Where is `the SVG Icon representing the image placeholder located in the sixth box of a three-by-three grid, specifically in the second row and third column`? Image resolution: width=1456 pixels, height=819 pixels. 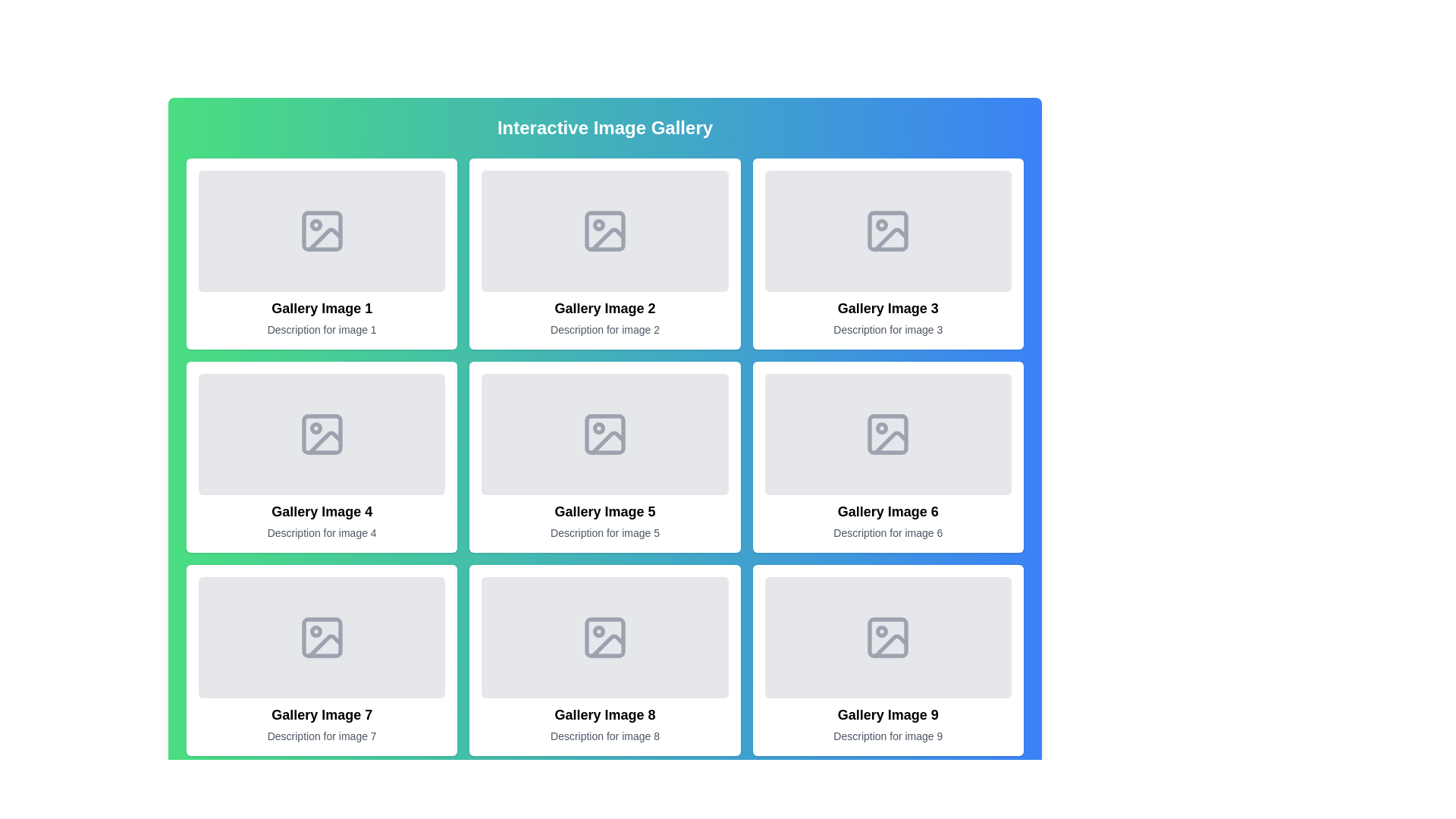
the SVG Icon representing the image placeholder located in the sixth box of a three-by-three grid, specifically in the second row and third column is located at coordinates (888, 435).